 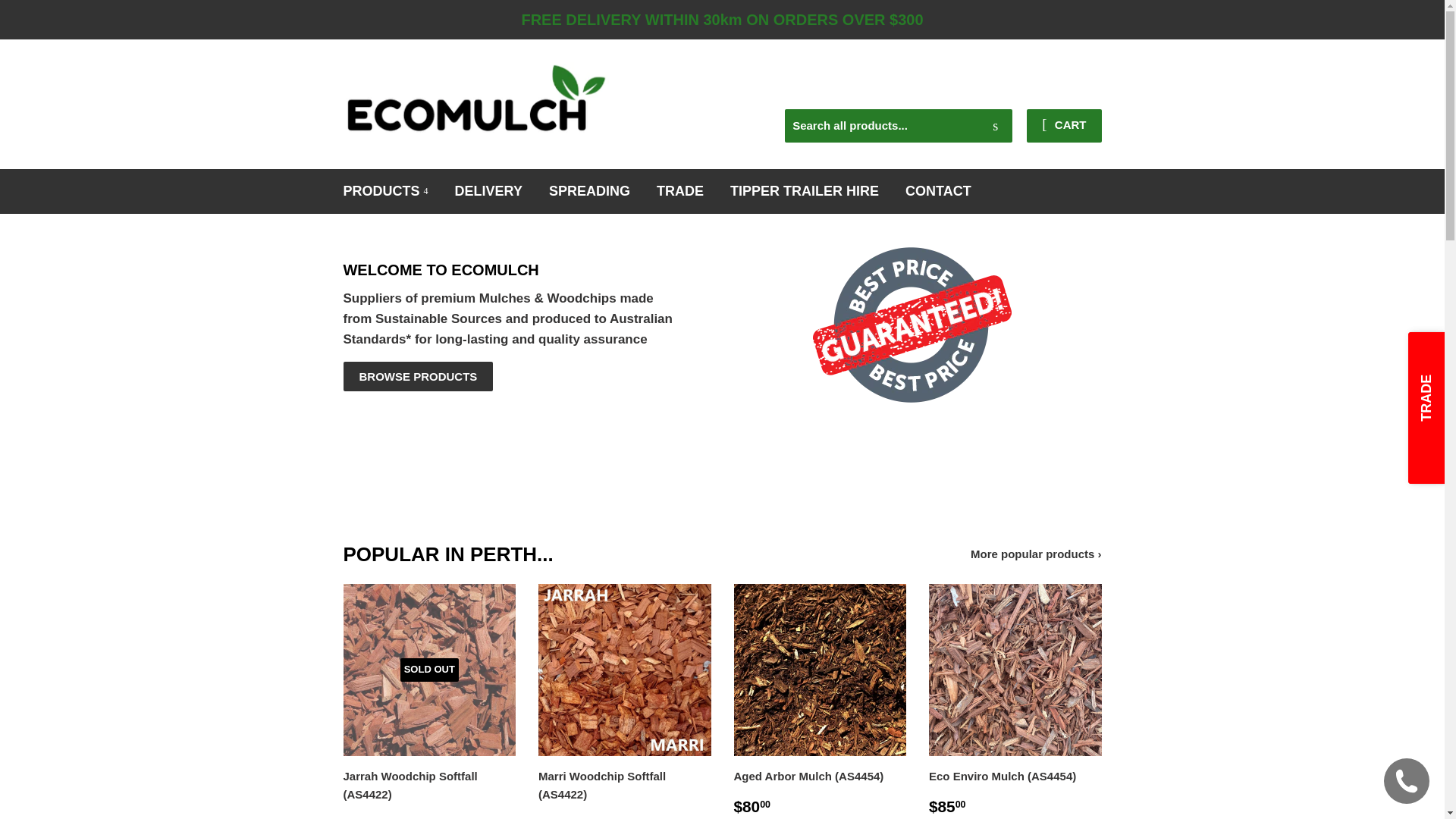 I want to click on 'DELIVERY', so click(x=488, y=190).